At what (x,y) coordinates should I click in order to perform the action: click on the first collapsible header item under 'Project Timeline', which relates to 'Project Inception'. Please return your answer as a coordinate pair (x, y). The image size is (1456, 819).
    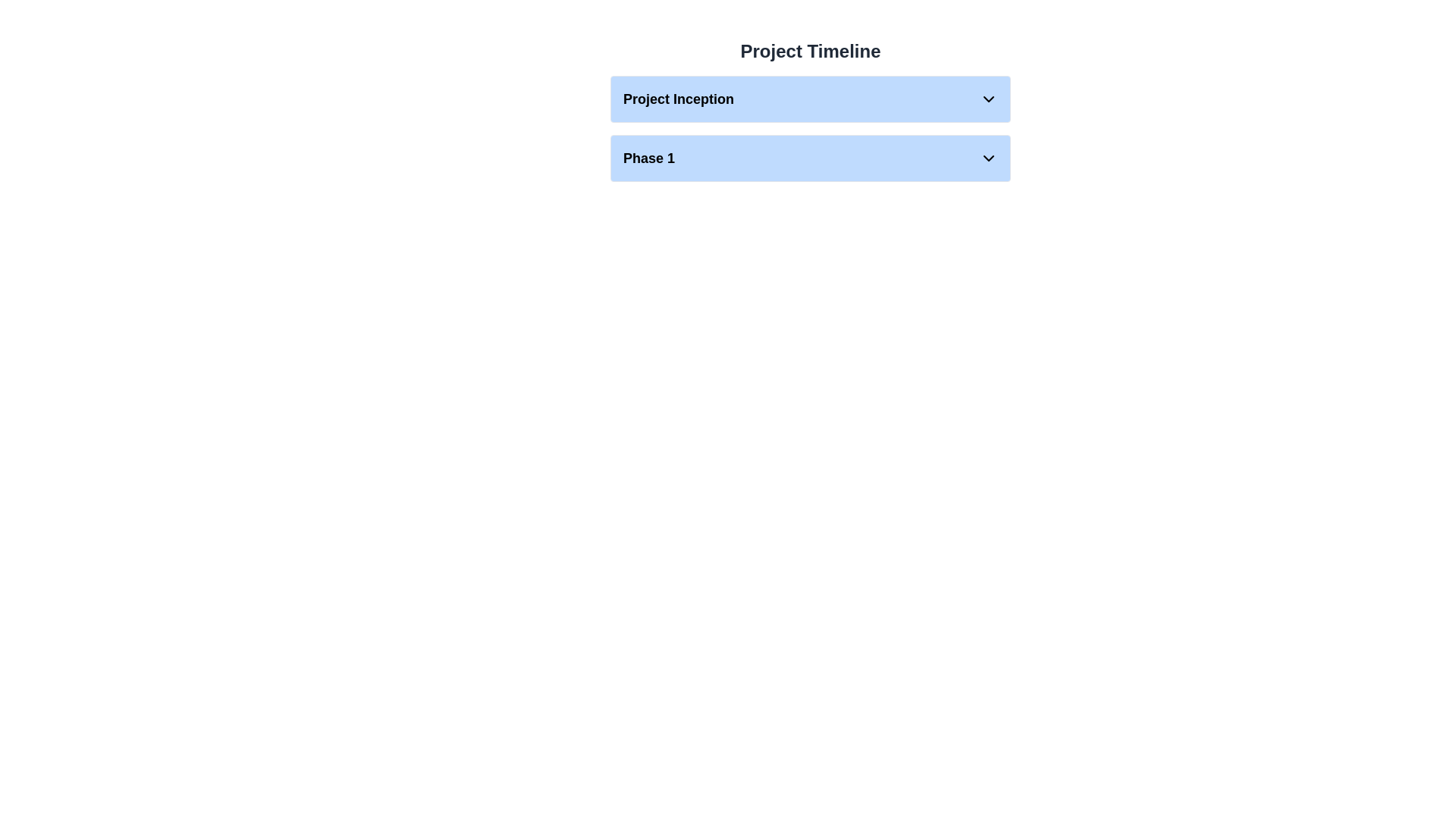
    Looking at the image, I should click on (810, 116).